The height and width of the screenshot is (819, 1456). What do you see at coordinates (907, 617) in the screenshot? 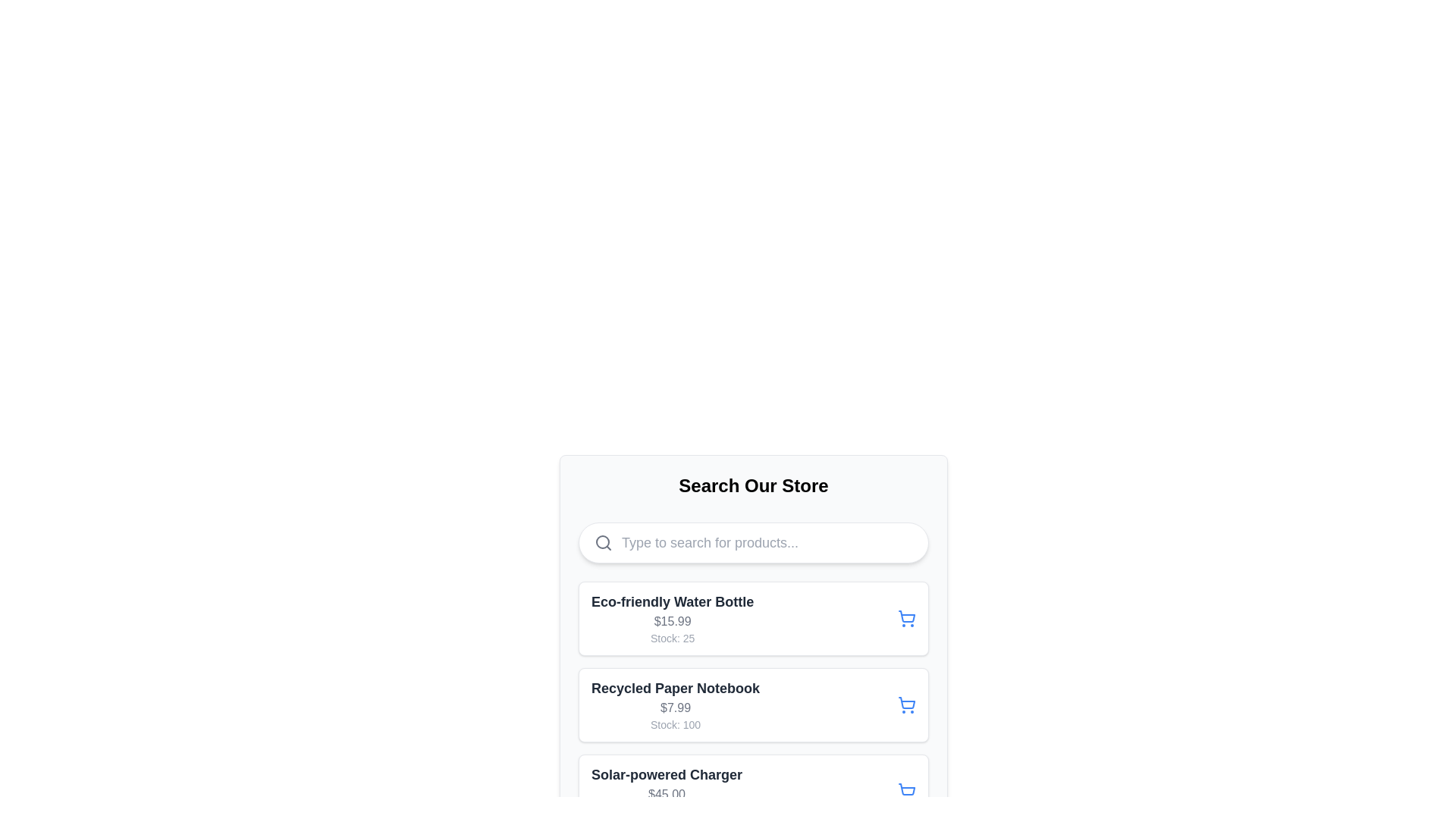
I see `the center of the shopping cart icon's interior basket section` at bounding box center [907, 617].